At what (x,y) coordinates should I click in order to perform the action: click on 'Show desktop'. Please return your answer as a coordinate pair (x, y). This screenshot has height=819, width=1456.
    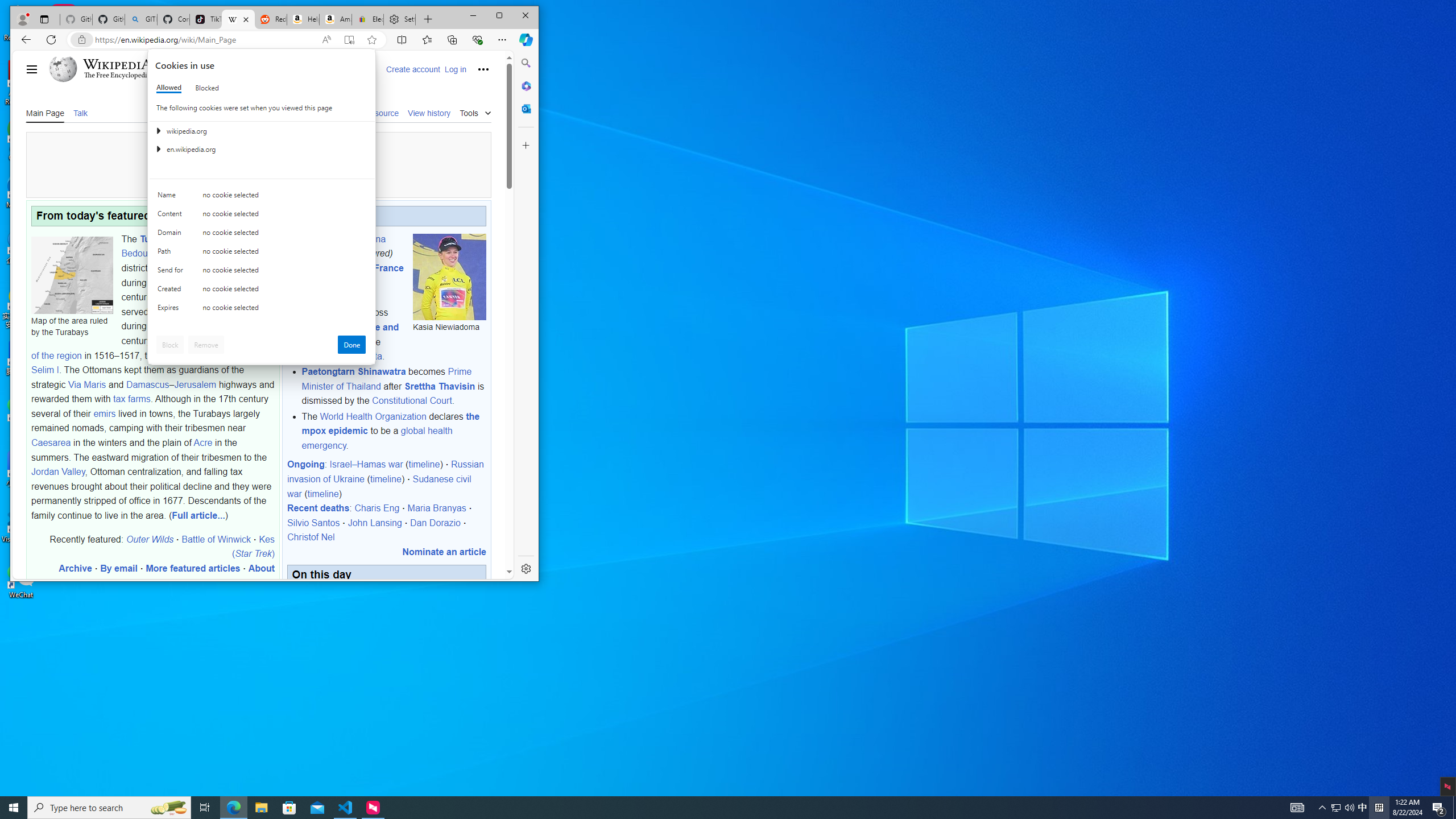
    Looking at the image, I should click on (1454, 806).